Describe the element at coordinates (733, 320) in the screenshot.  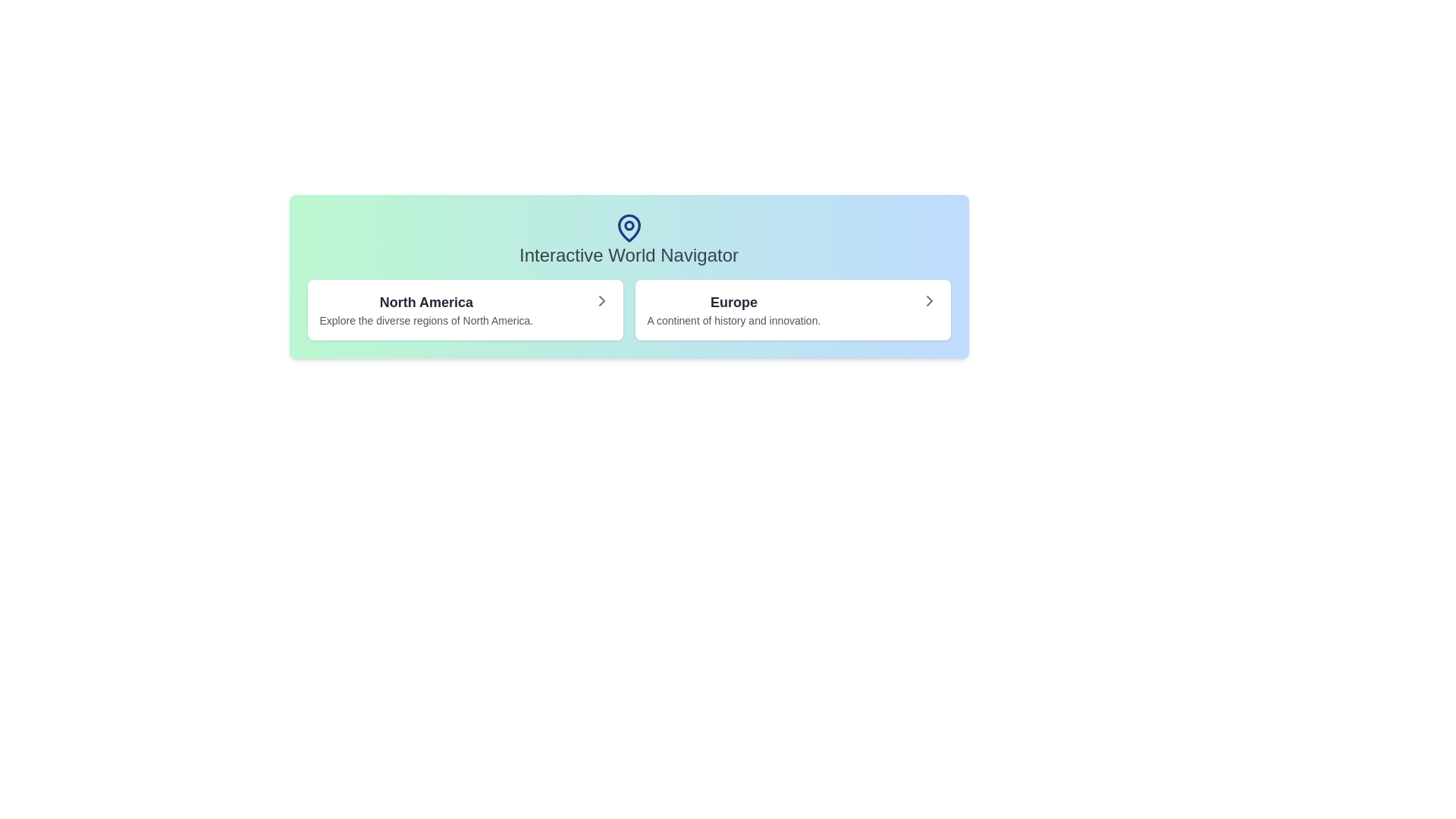
I see `the text element that reads 'A continent of history and innovation.' styled with a small font and gray color, located beneath the title 'Europe' in the interactive world navigator interface` at that location.